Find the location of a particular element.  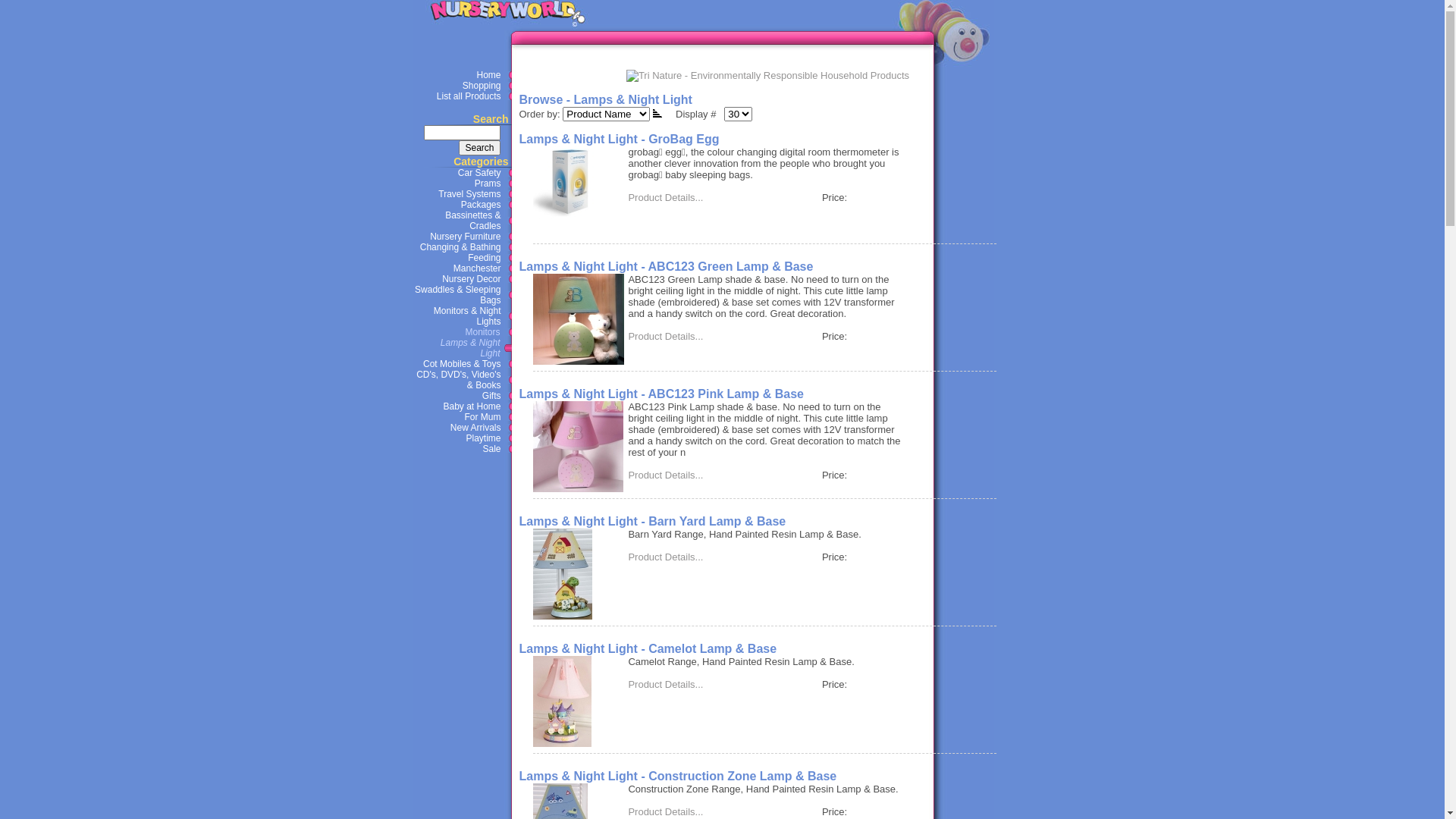

'Sale' is located at coordinates (461, 447).